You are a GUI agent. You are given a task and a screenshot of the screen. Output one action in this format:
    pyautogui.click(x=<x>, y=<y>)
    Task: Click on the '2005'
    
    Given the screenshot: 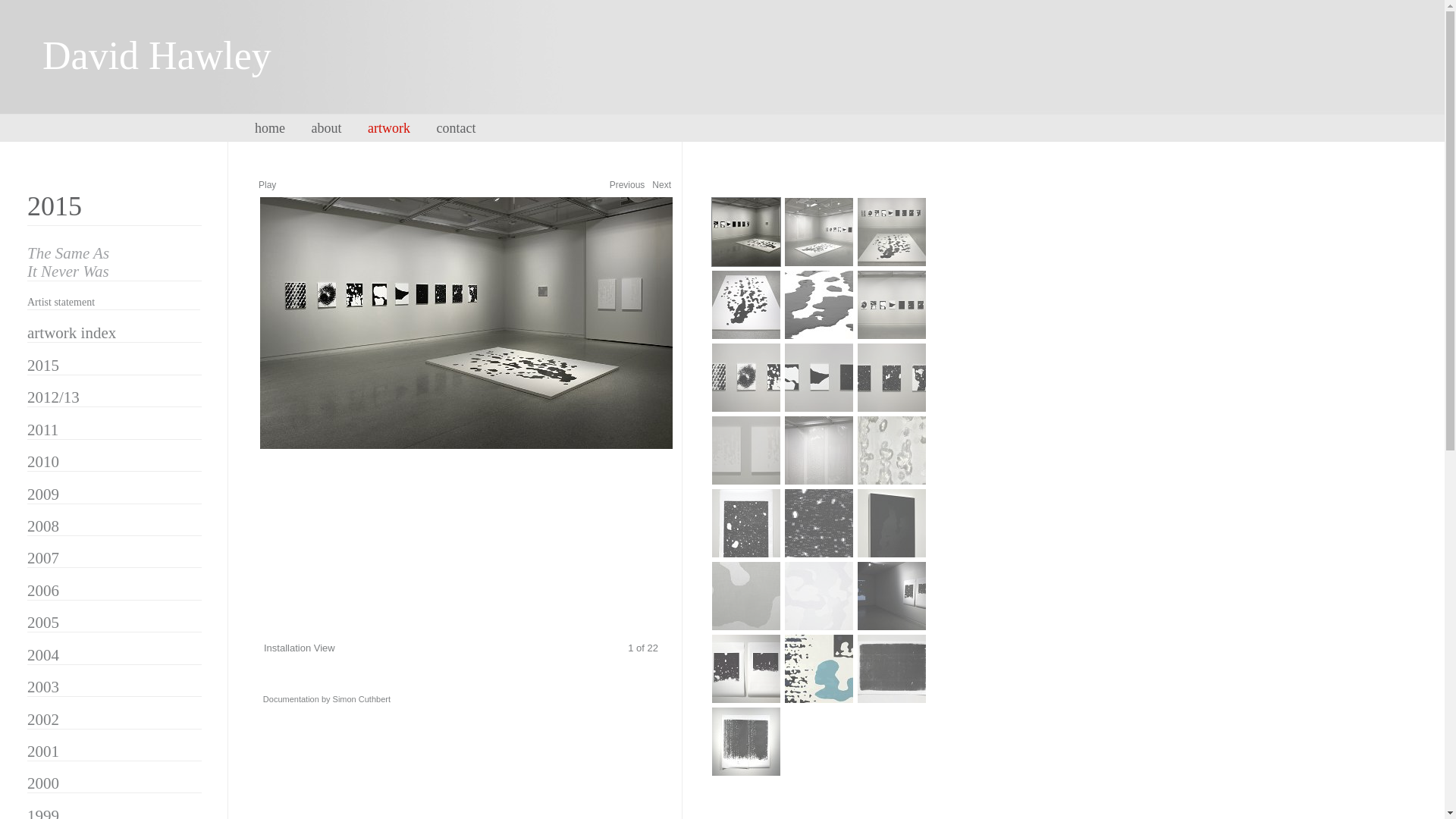 What is the action you would take?
    pyautogui.click(x=27, y=623)
    